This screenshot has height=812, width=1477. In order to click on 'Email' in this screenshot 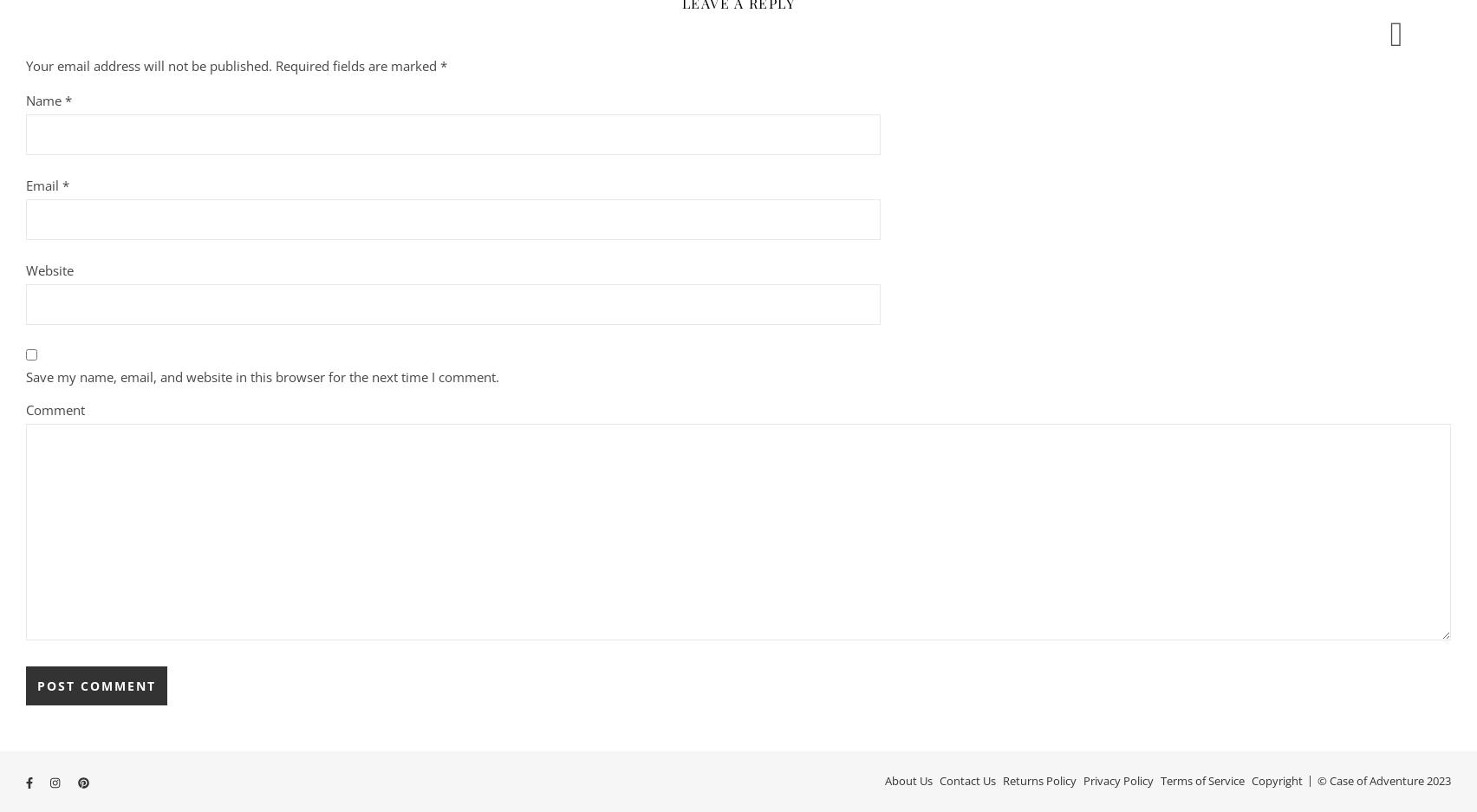, I will do `click(43, 185)`.